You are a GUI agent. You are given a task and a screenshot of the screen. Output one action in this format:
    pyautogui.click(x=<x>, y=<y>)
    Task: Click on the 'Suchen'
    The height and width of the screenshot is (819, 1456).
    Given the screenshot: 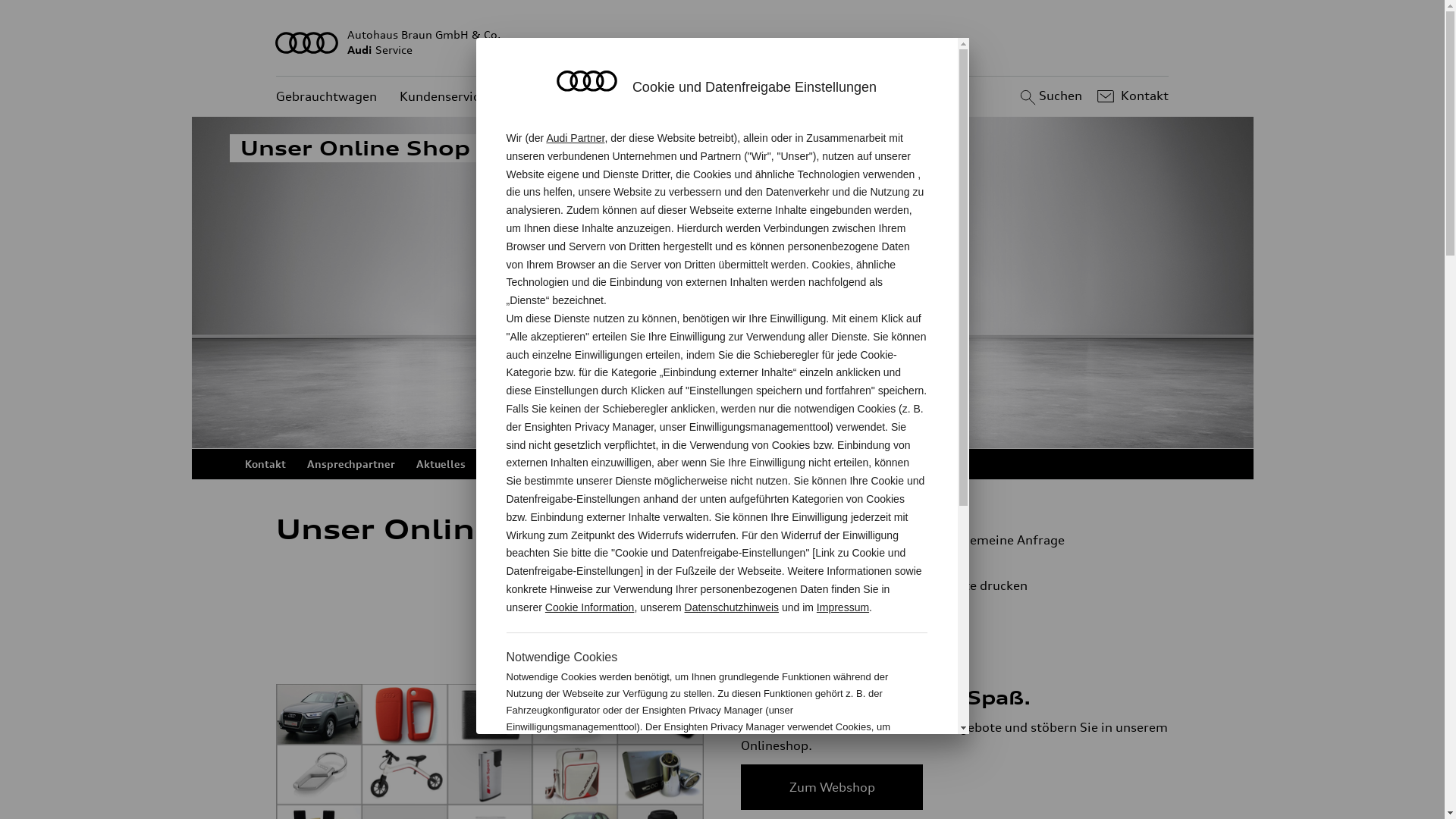 What is the action you would take?
    pyautogui.click(x=1048, y=96)
    